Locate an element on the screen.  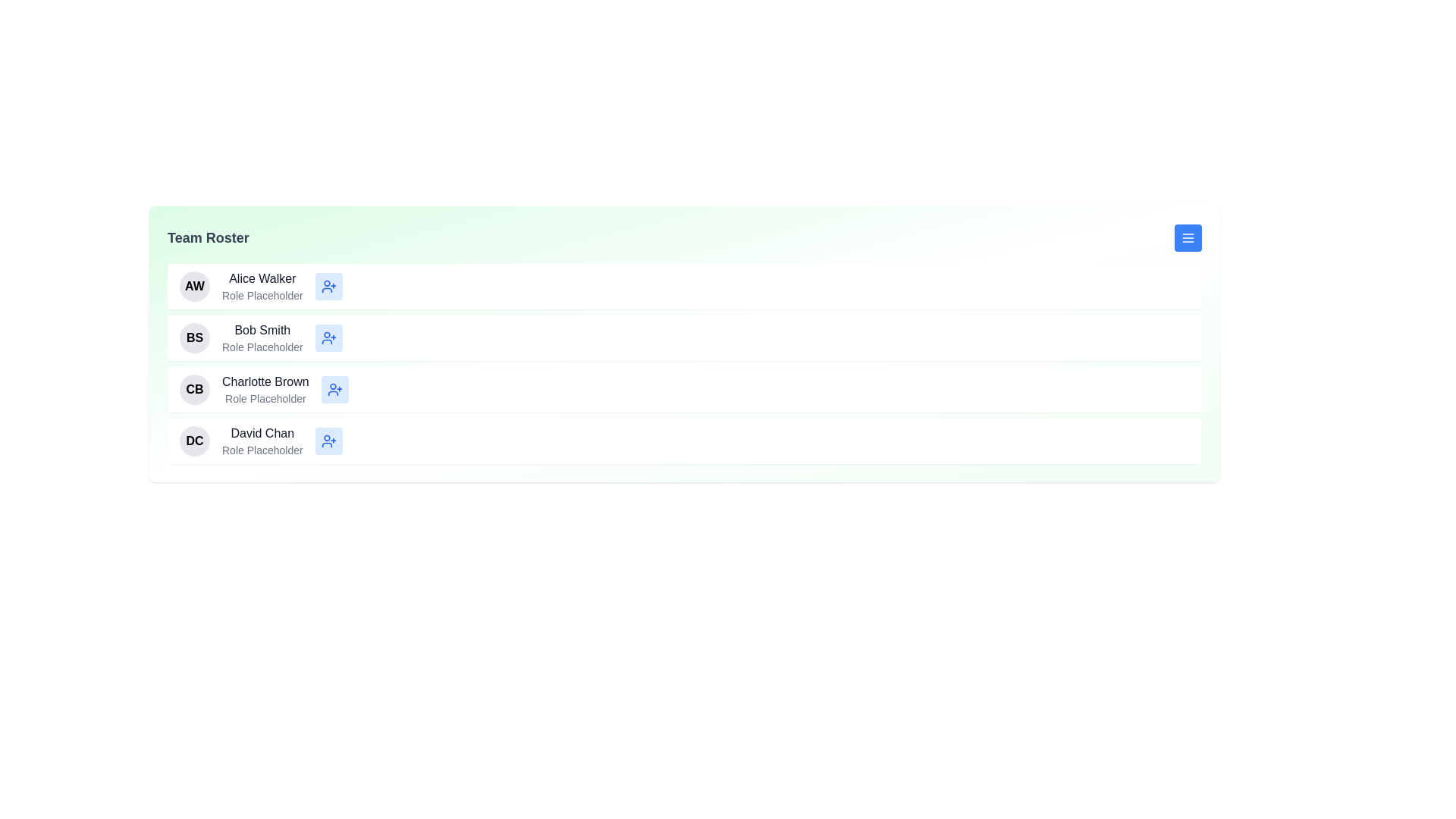
the 'Team Roster' text label, which serves as a title for the section above the list of team members is located at coordinates (207, 237).